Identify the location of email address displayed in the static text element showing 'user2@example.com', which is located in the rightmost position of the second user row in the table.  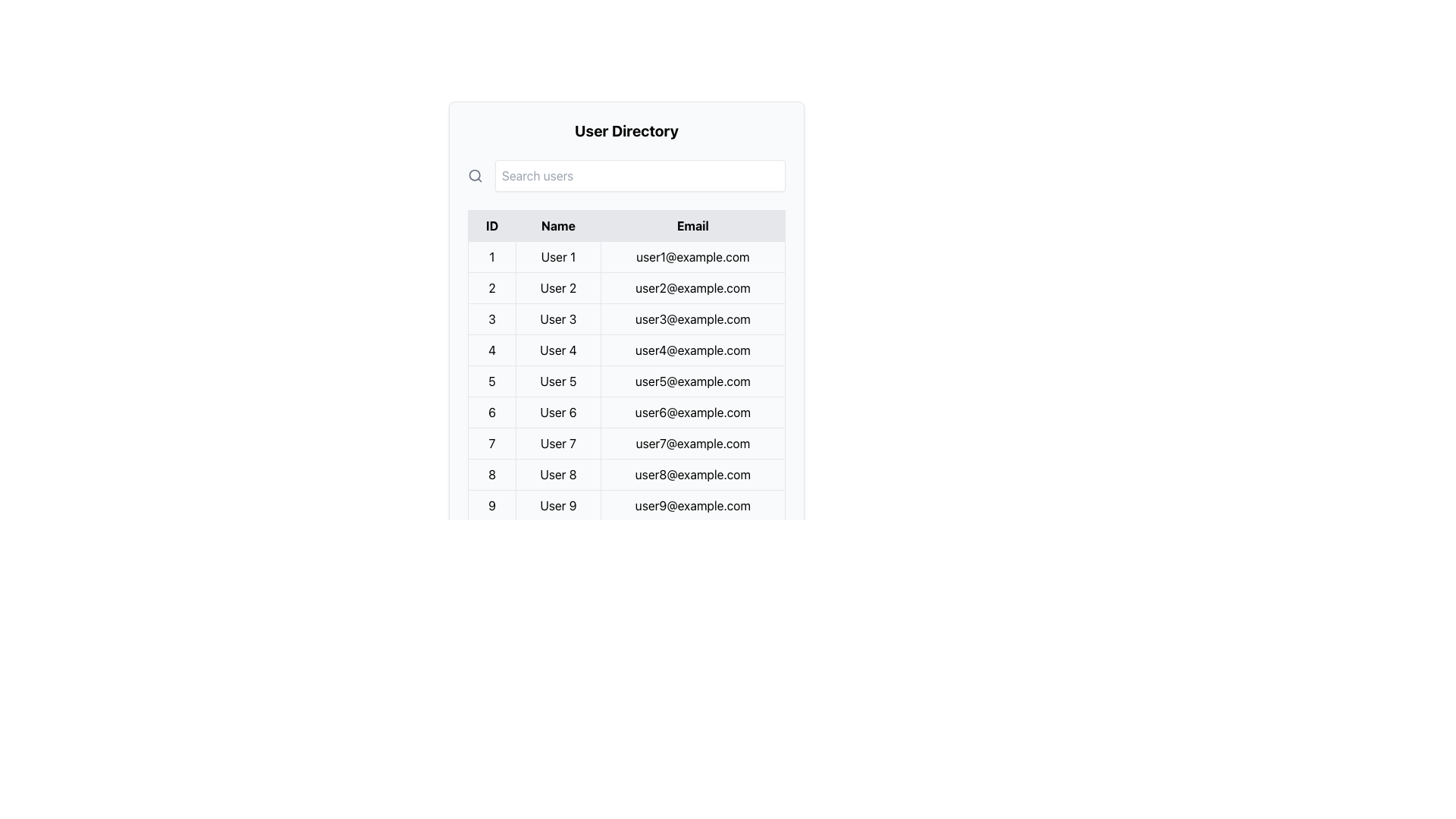
(692, 288).